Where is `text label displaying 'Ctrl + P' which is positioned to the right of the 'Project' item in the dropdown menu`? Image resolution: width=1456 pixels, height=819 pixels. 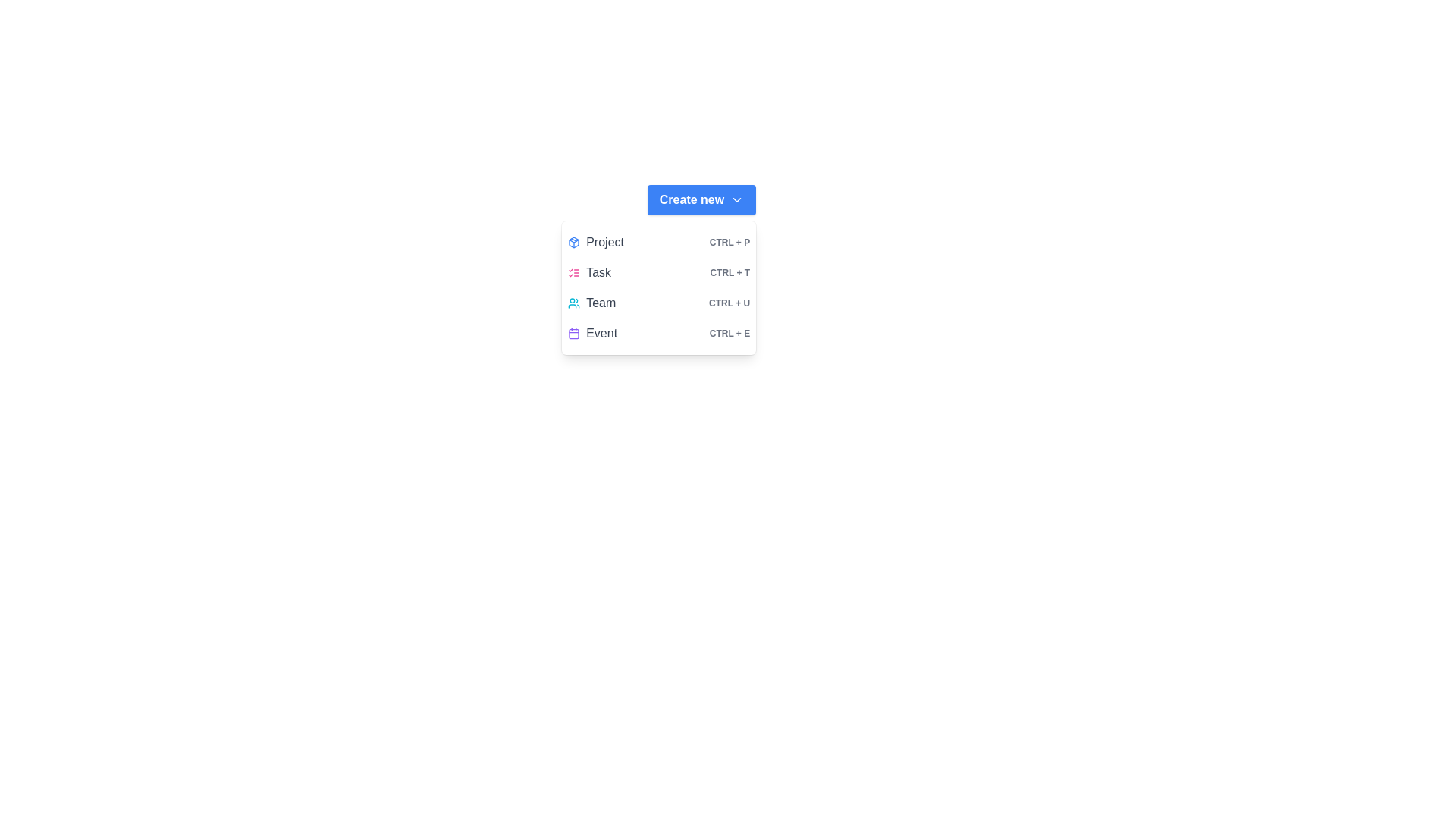
text label displaying 'Ctrl + P' which is positioned to the right of the 'Project' item in the dropdown menu is located at coordinates (730, 242).